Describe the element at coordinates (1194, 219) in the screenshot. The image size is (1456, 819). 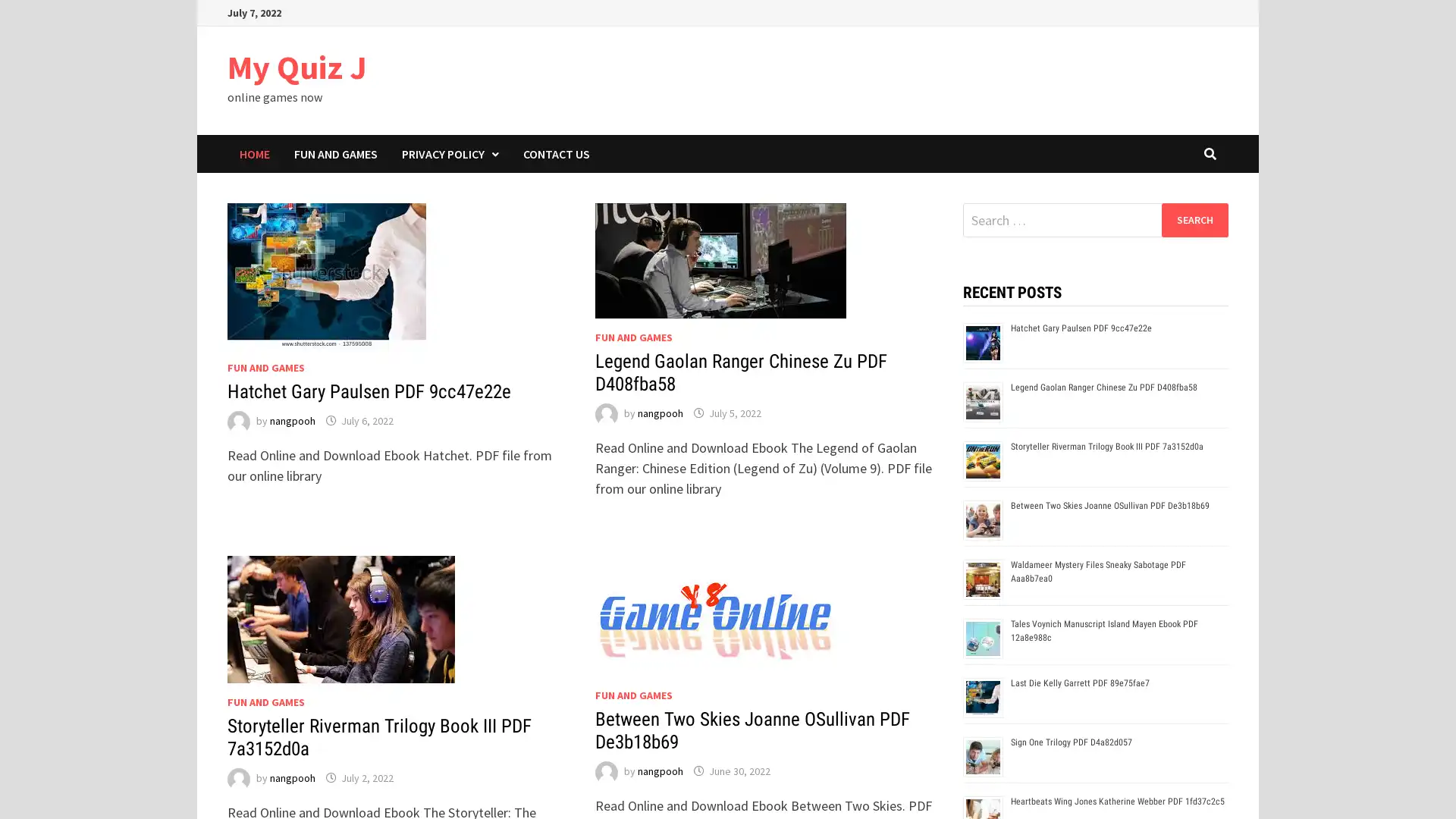
I see `Search` at that location.